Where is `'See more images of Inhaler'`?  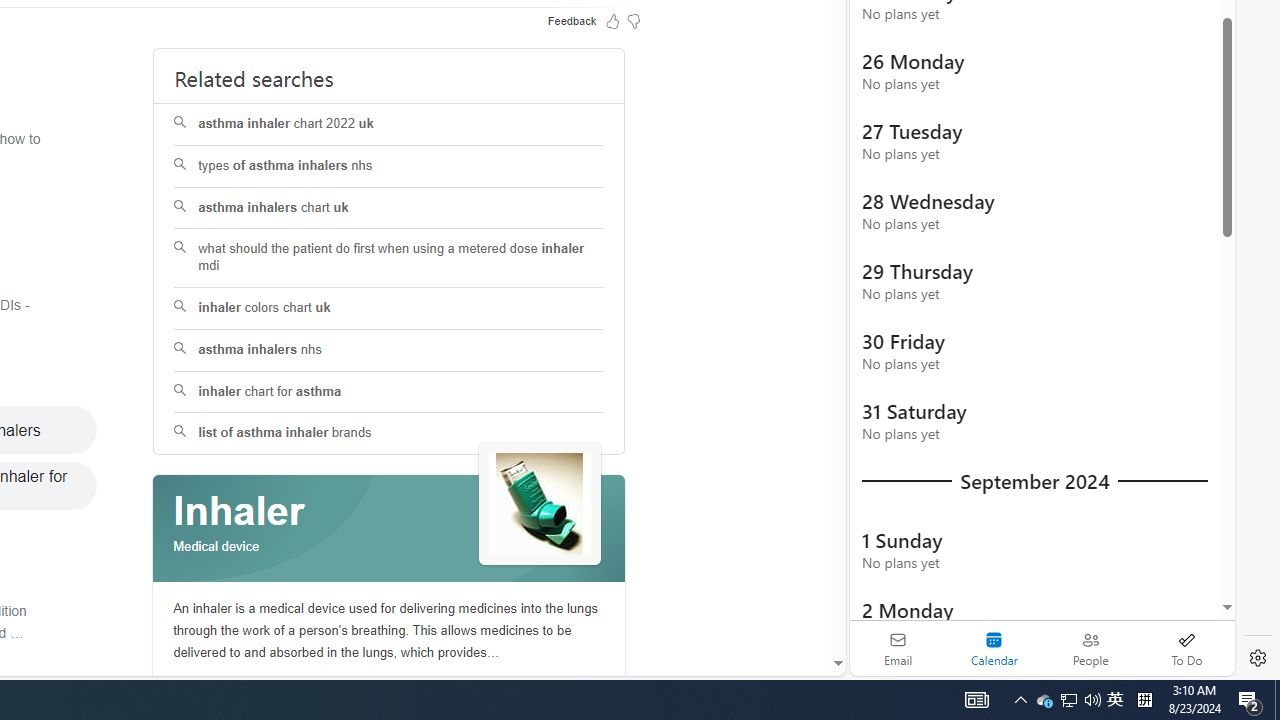 'See more images of Inhaler' is located at coordinates (540, 503).